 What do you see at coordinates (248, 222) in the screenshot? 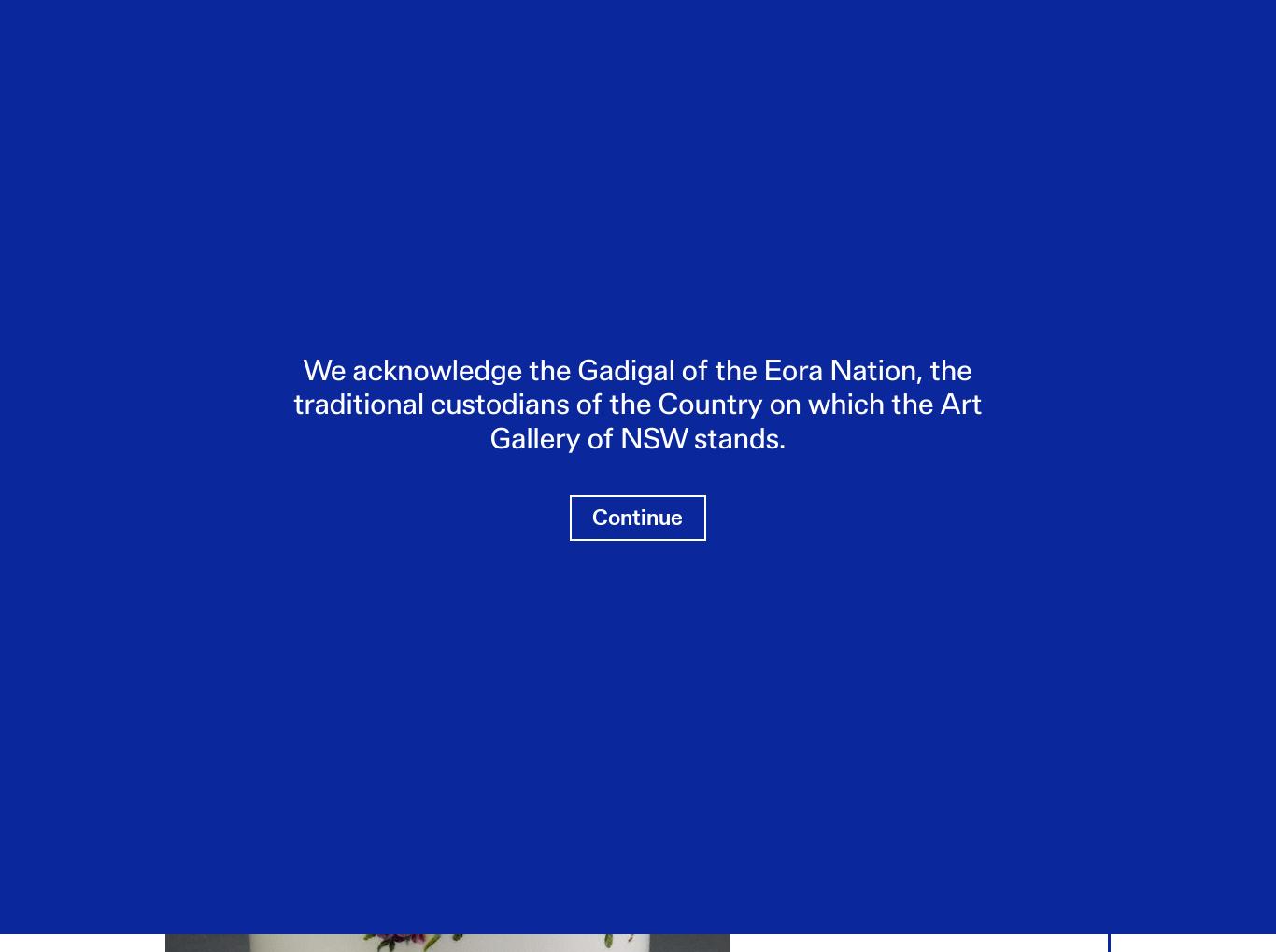
I see `'Collection'` at bounding box center [248, 222].